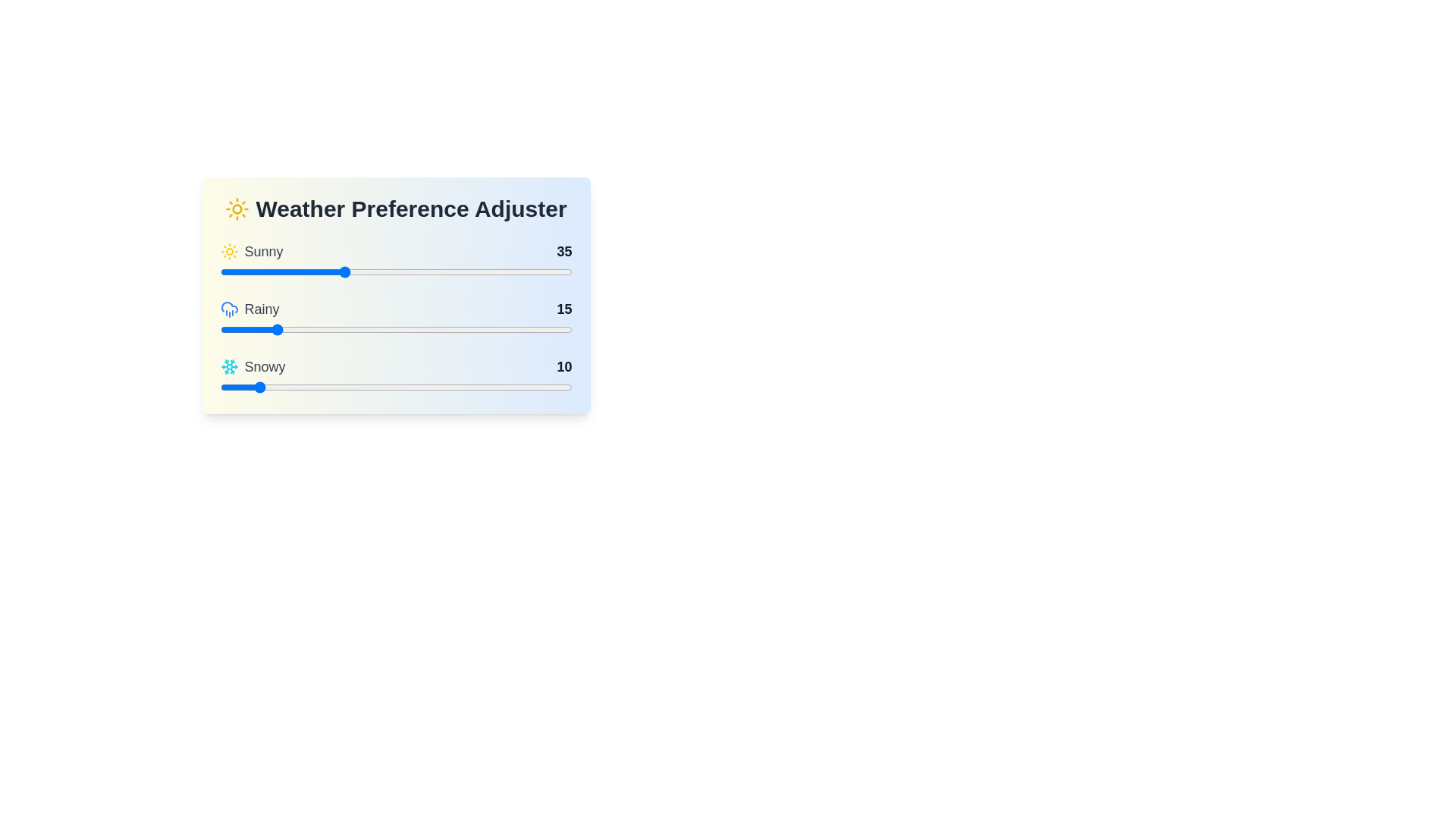  What do you see at coordinates (385, 271) in the screenshot?
I see `the 'Sunny' slider to the specified value 47` at bounding box center [385, 271].